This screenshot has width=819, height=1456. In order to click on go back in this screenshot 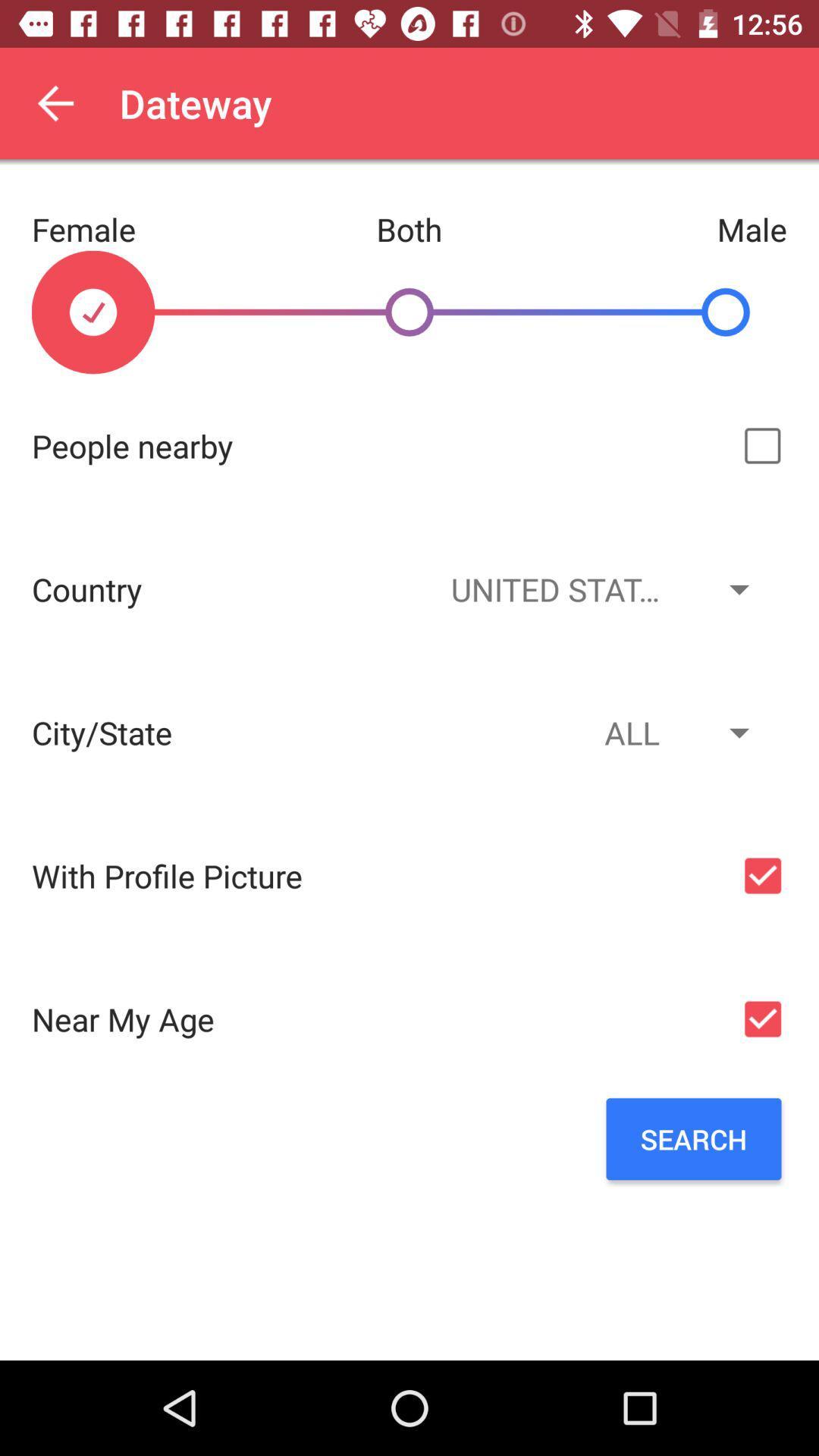, I will do `click(55, 102)`.